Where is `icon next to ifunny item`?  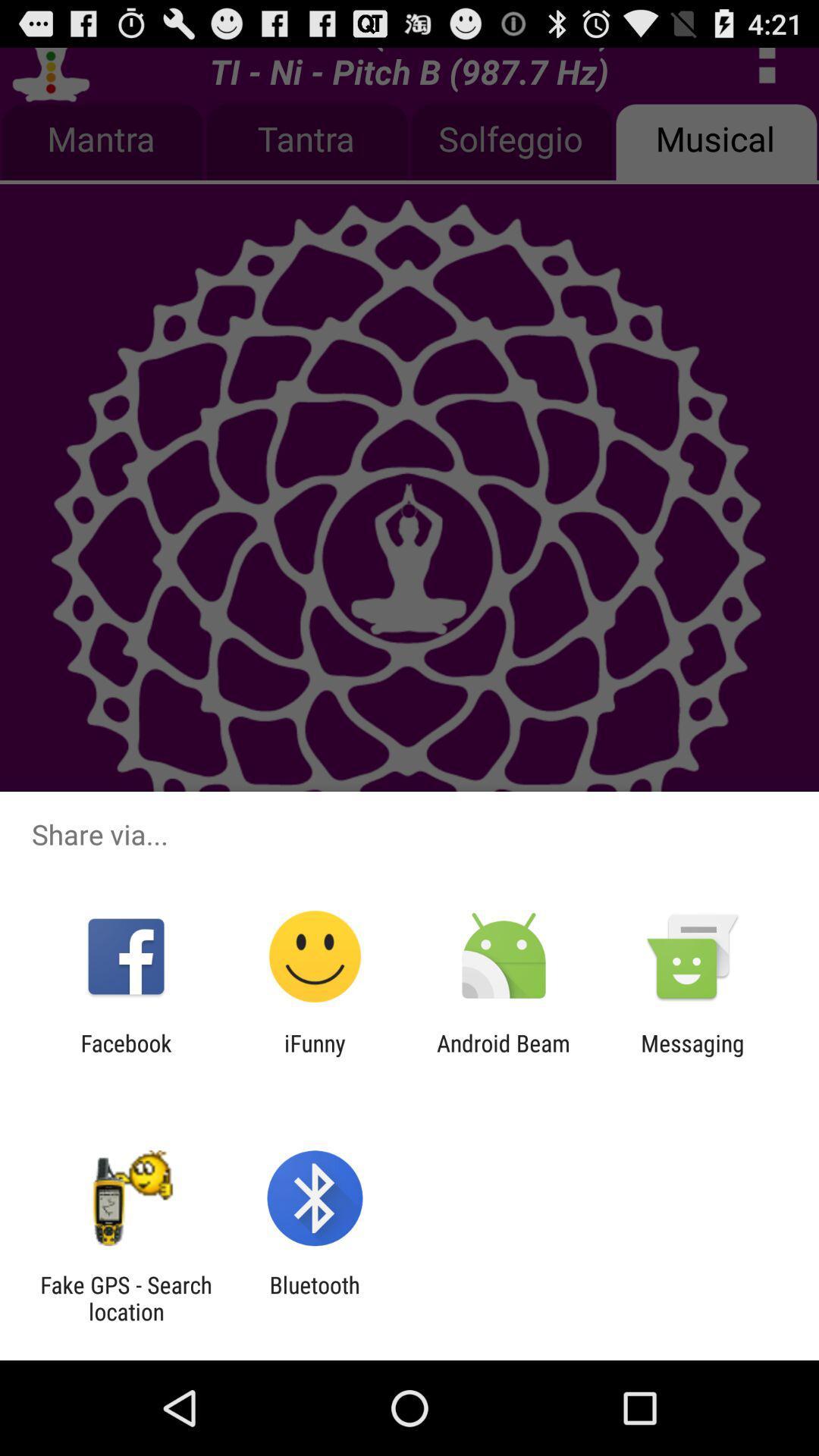 icon next to ifunny item is located at coordinates (125, 1056).